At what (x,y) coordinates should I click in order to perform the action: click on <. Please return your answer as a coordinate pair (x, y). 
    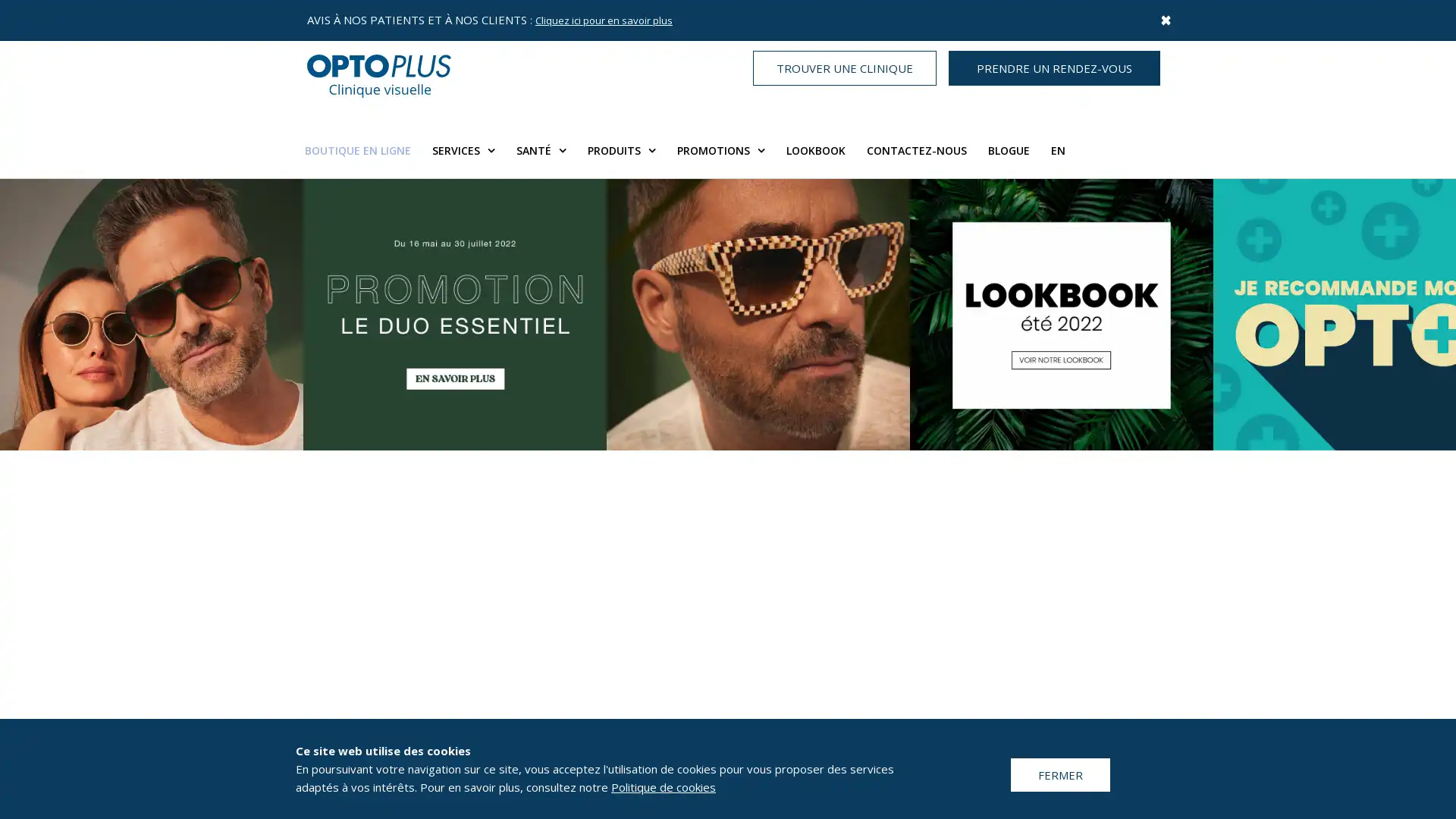
    Looking at the image, I should click on (30, 534).